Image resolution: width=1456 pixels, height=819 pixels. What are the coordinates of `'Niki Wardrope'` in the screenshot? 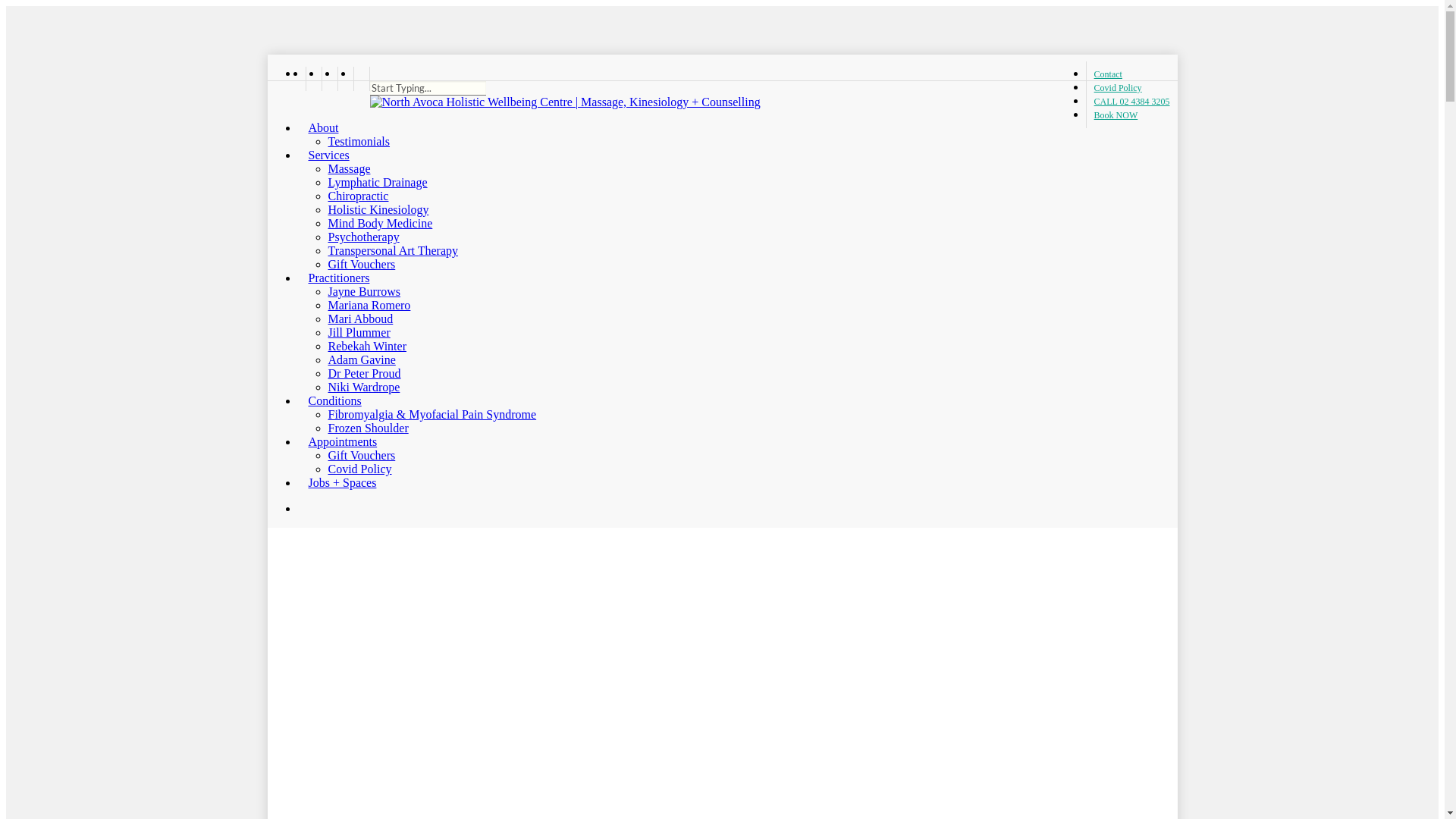 It's located at (362, 386).